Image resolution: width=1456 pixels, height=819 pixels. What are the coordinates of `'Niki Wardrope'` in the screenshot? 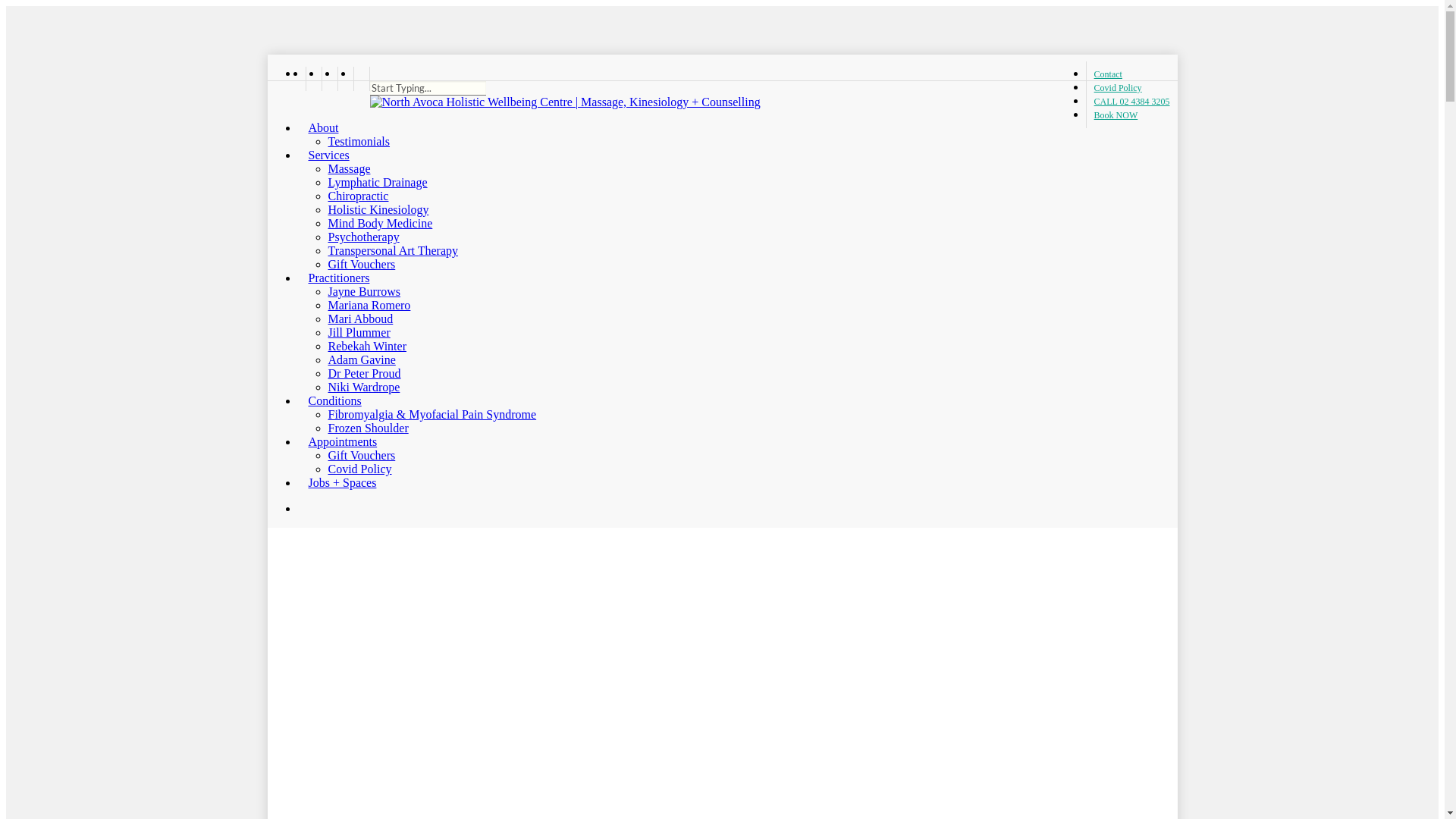 It's located at (362, 386).